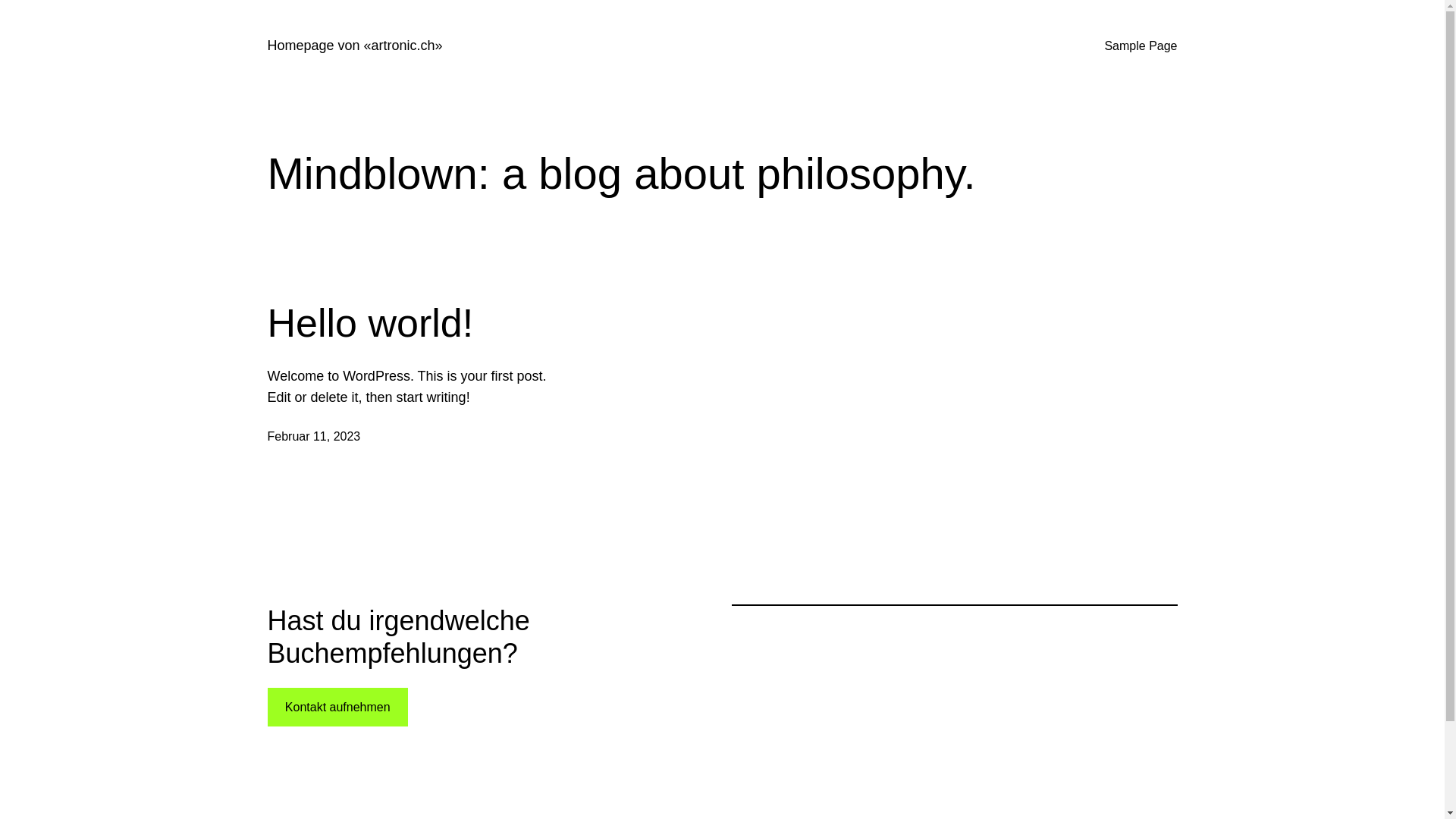  I want to click on 'Sample Page', so click(1103, 45).